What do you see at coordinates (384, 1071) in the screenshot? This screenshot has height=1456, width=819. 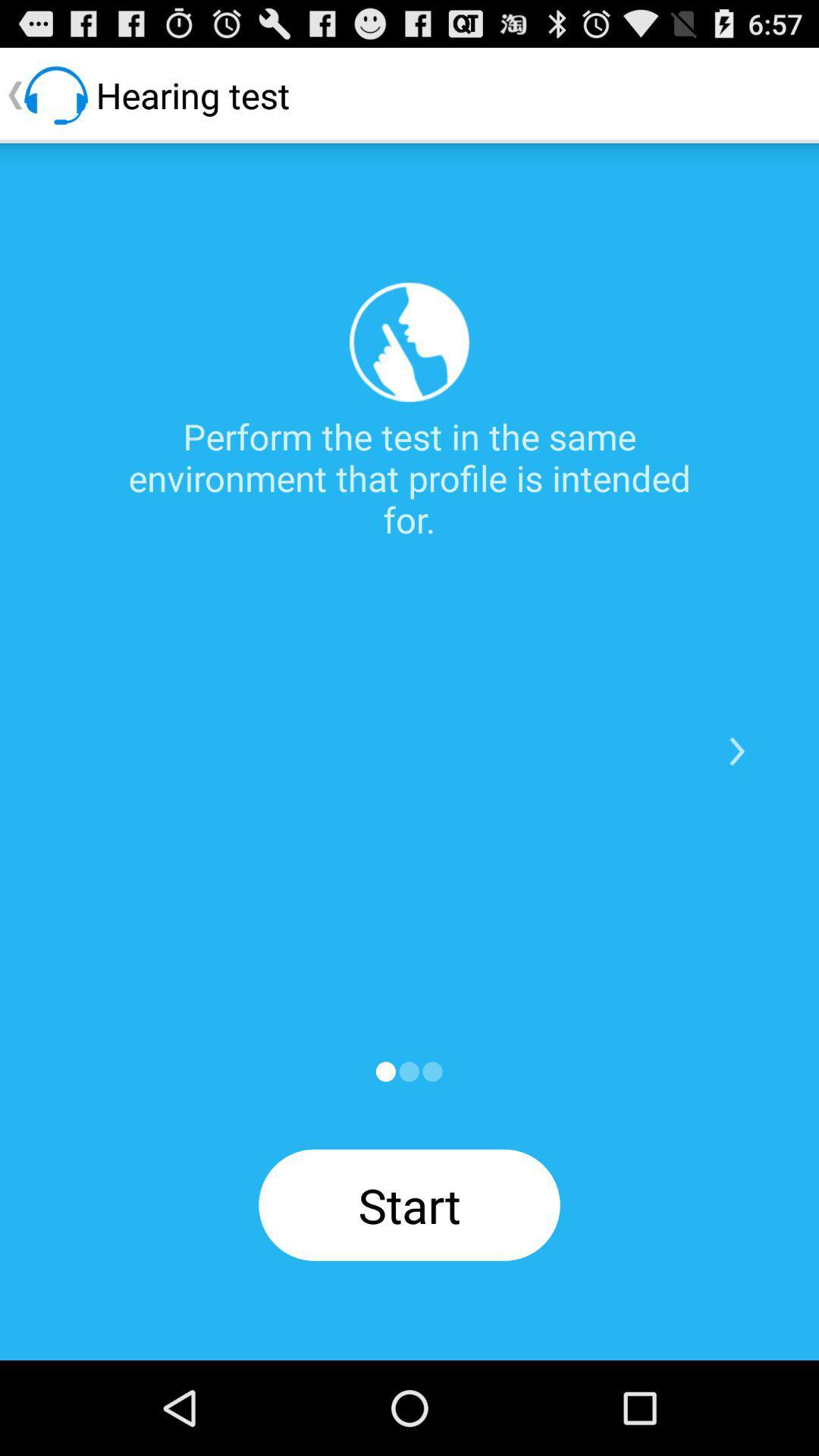 I see `a select option` at bounding box center [384, 1071].